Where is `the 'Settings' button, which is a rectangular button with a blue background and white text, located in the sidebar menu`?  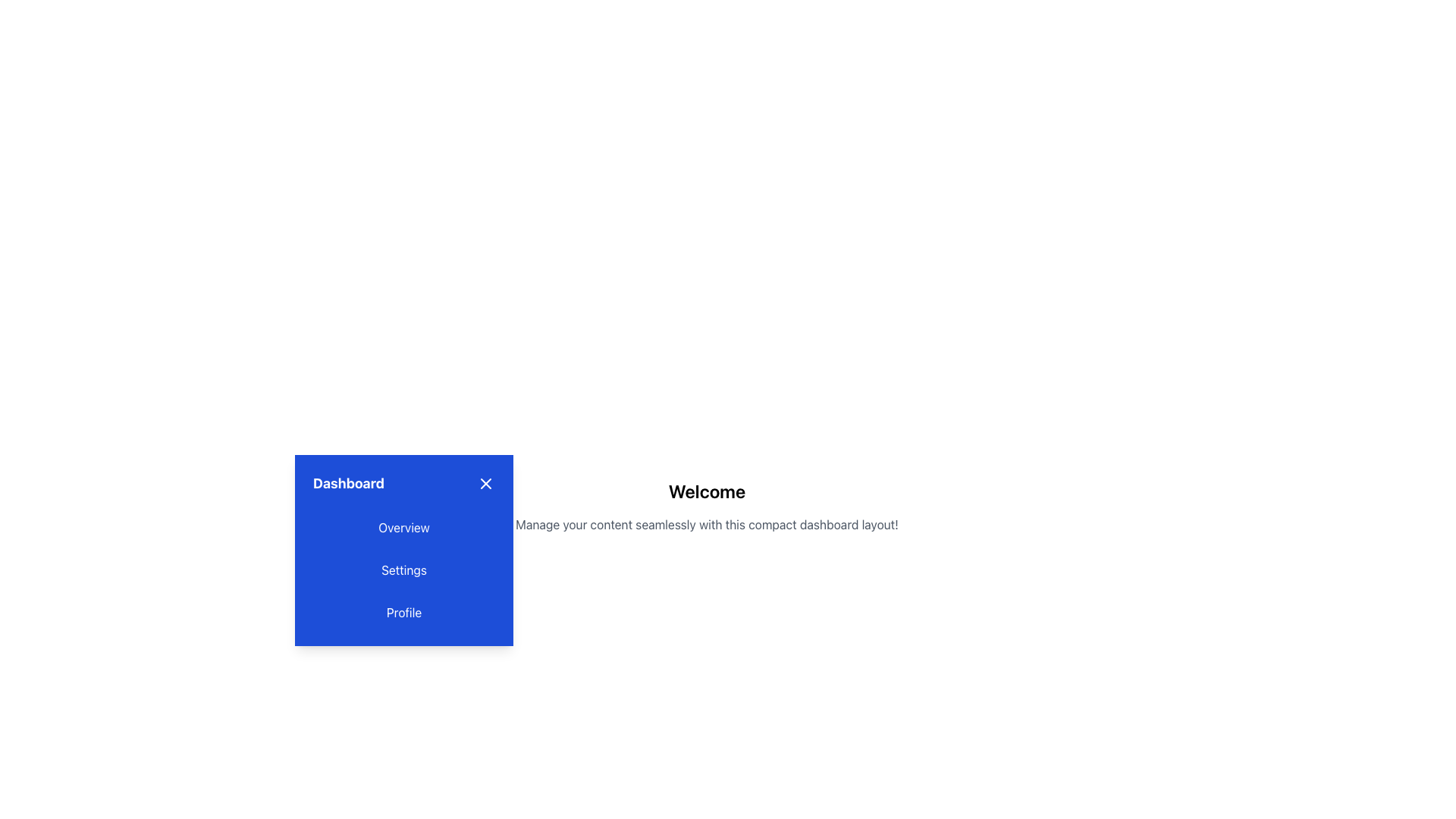
the 'Settings' button, which is a rectangular button with a blue background and white text, located in the sidebar menu is located at coordinates (403, 570).